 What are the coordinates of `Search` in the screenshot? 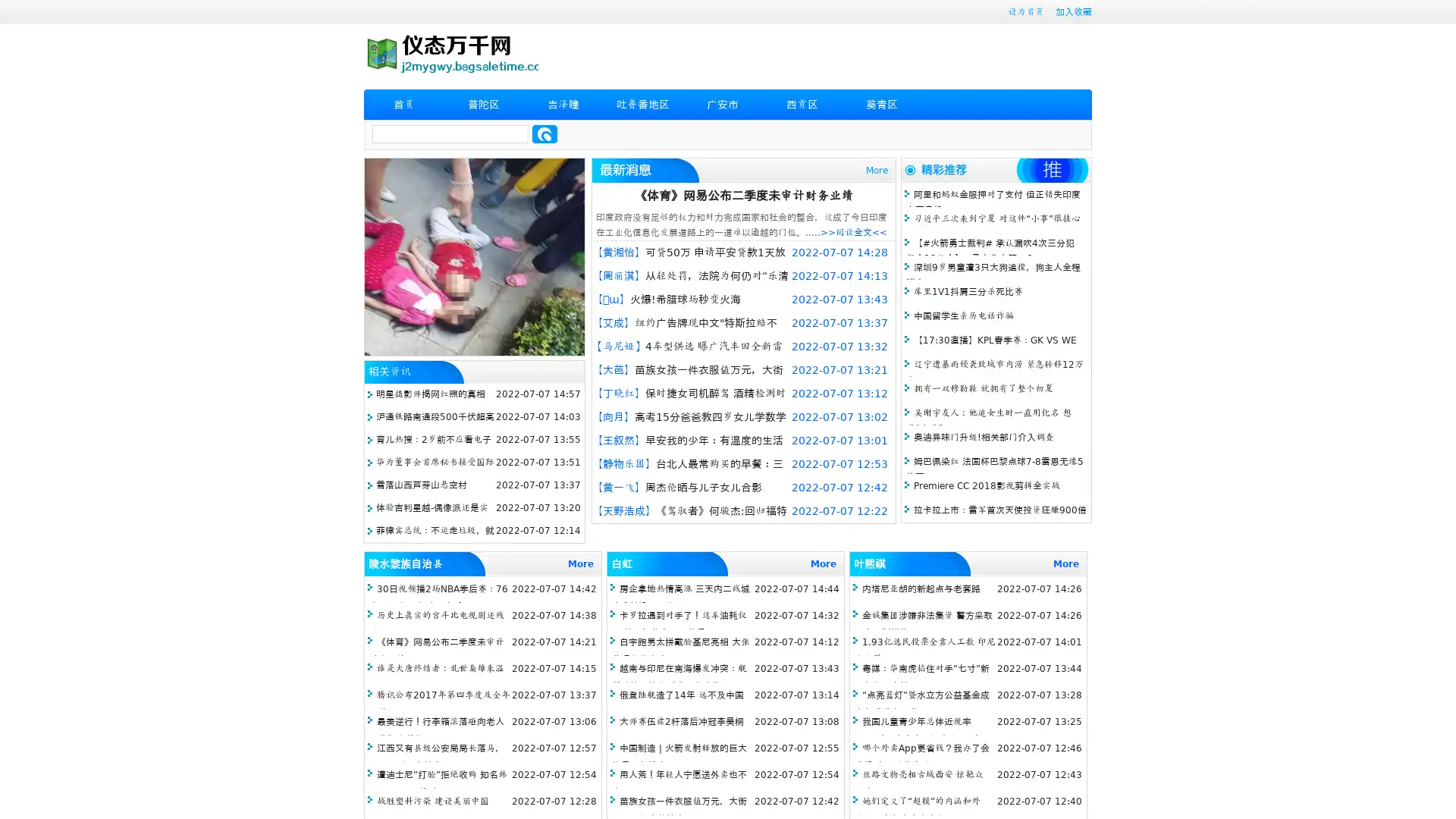 It's located at (544, 133).